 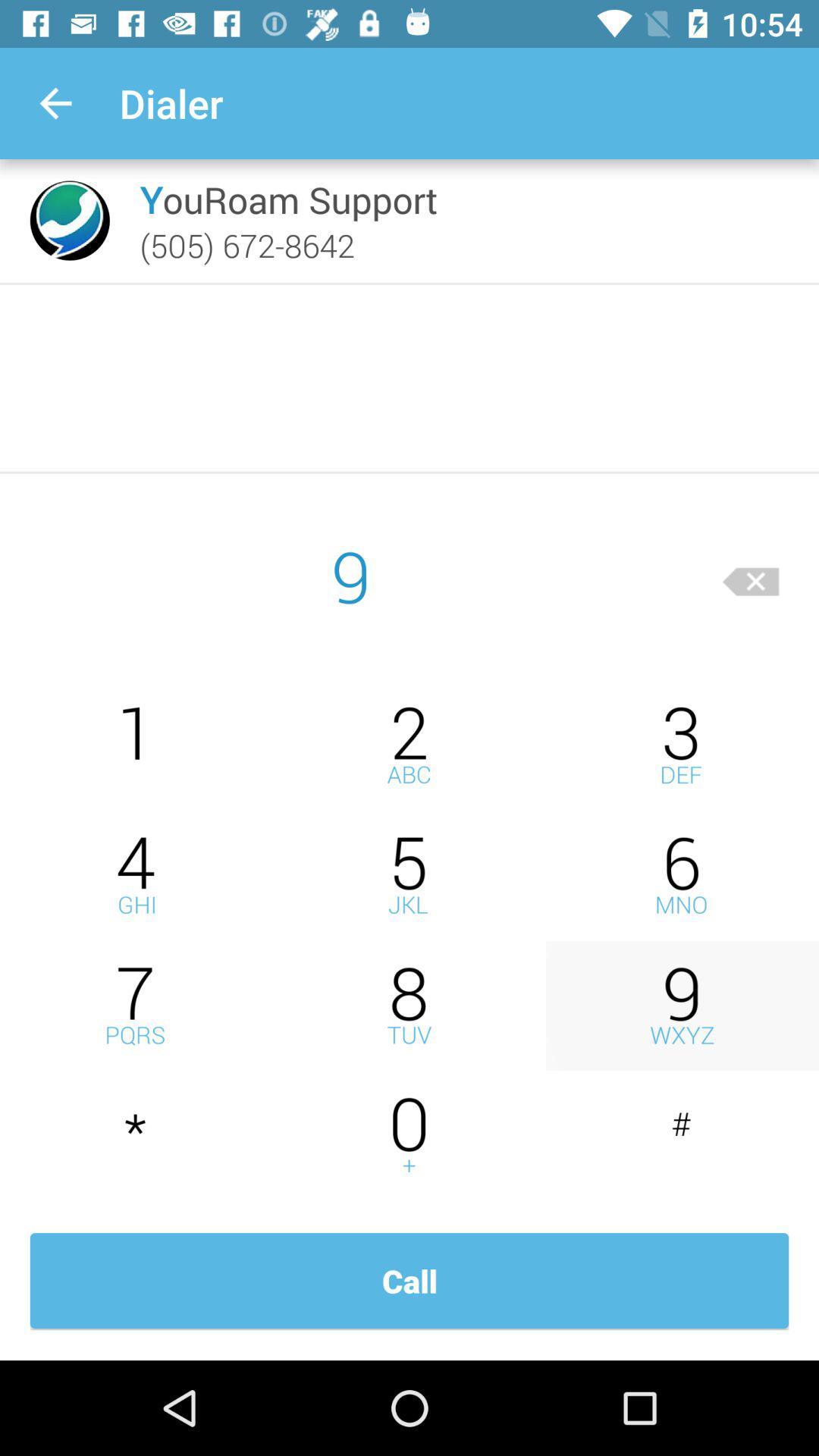 I want to click on insert, so click(x=681, y=1136).